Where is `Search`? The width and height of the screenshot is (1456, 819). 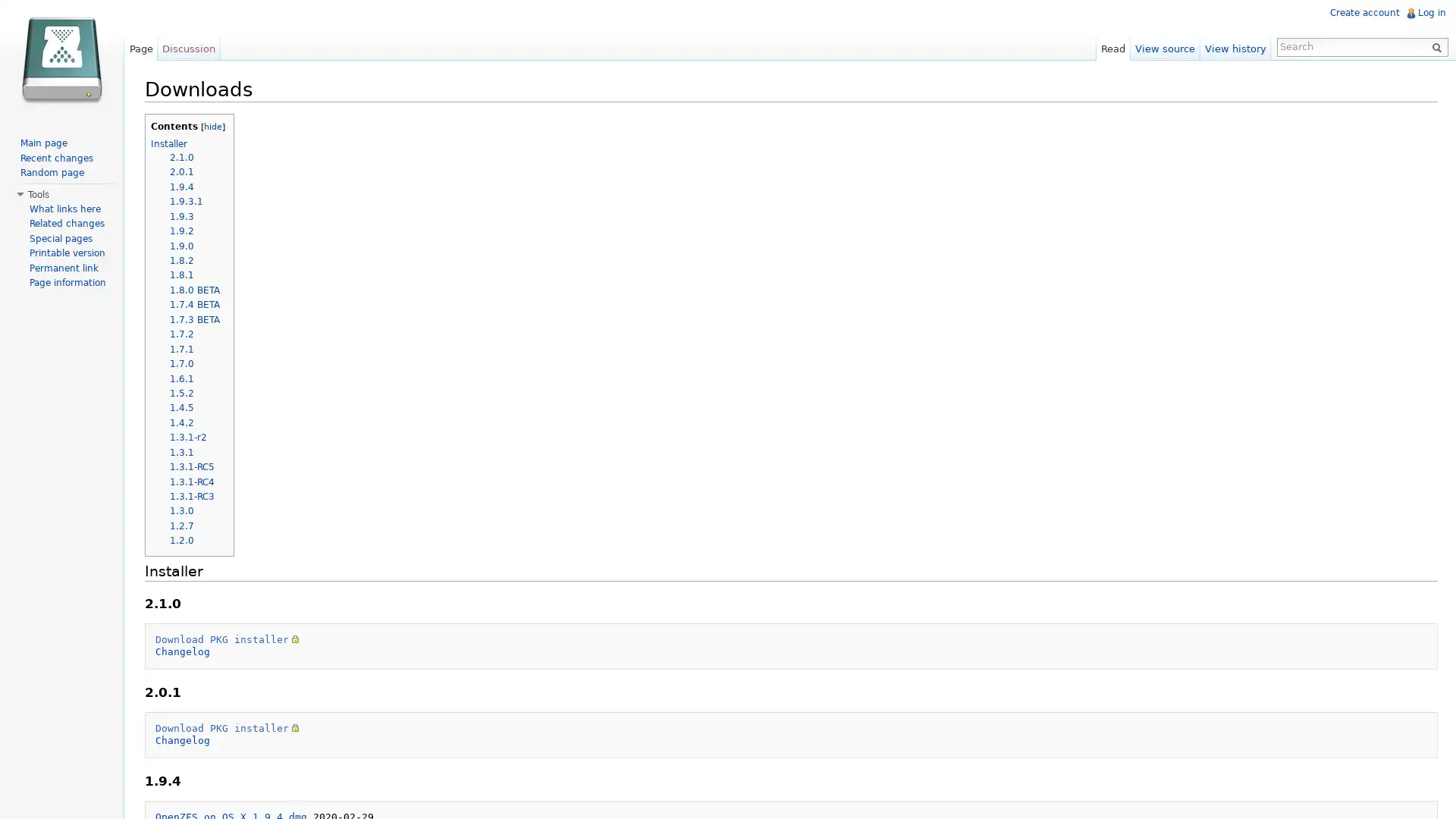
Search is located at coordinates (1433, 45).